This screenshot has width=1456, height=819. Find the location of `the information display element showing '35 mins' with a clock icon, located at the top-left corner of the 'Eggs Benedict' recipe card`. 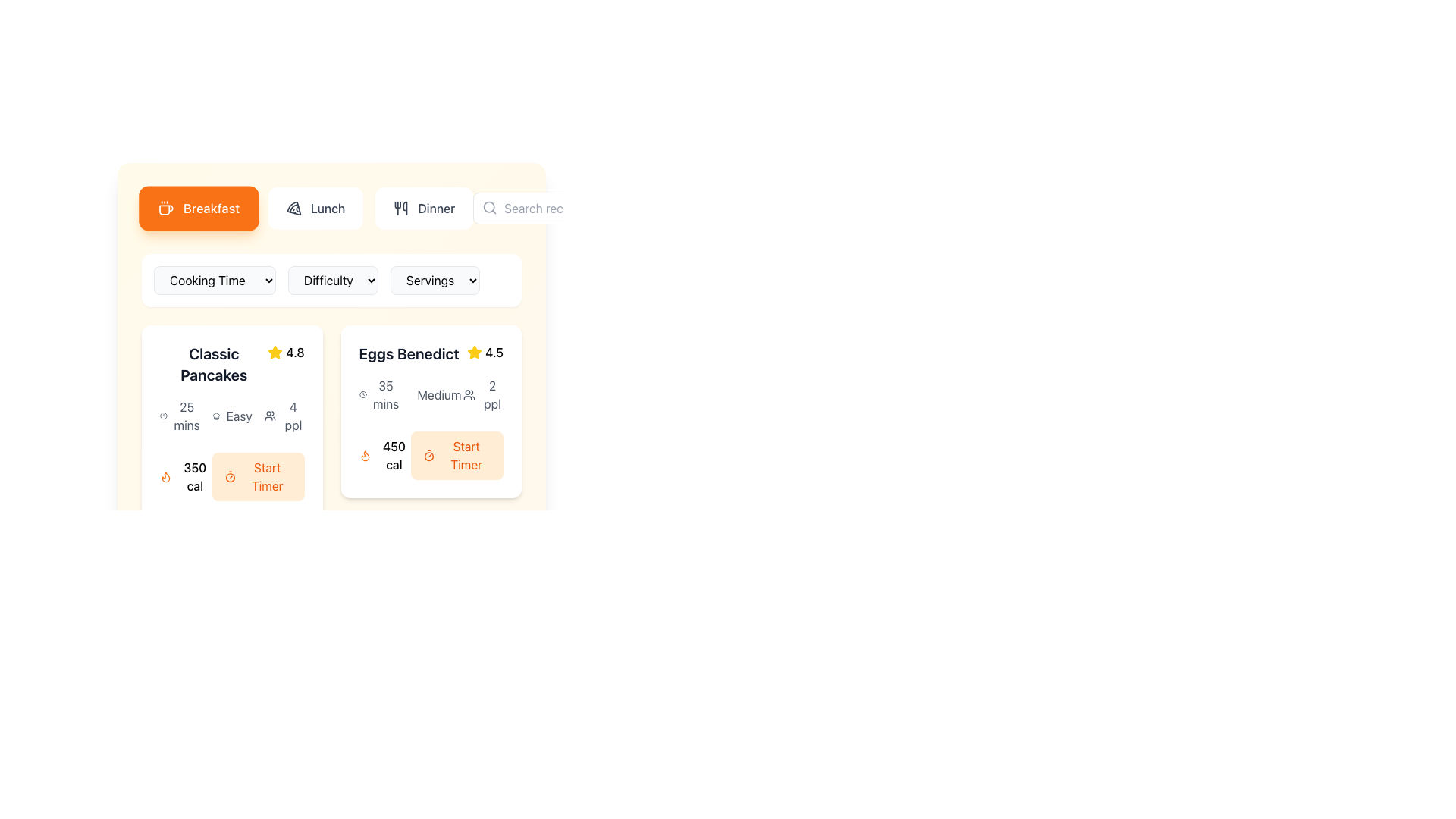

the information display element showing '35 mins' with a clock icon, located at the top-left corner of the 'Eggs Benedict' recipe card is located at coordinates (378, 394).